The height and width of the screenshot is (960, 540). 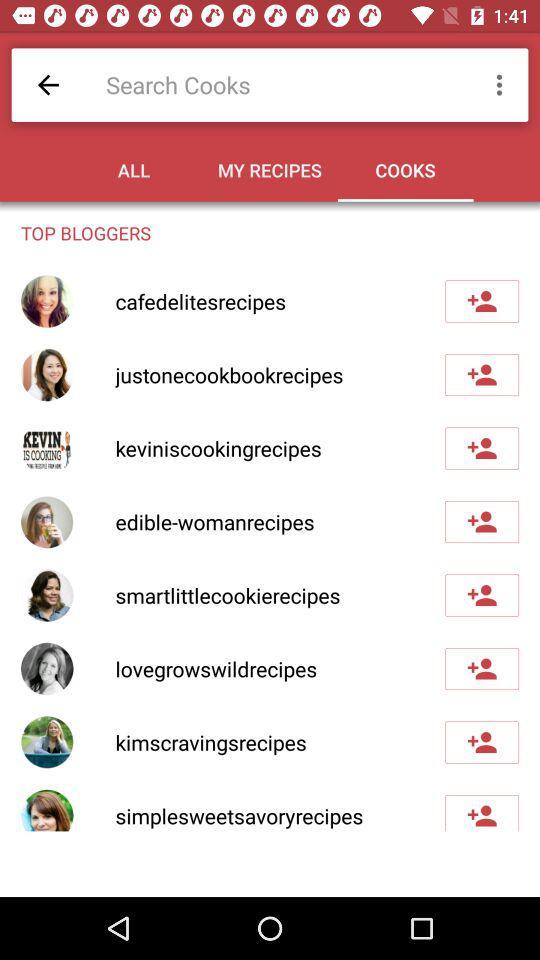 What do you see at coordinates (48, 85) in the screenshot?
I see `icon above top bloggers item` at bounding box center [48, 85].